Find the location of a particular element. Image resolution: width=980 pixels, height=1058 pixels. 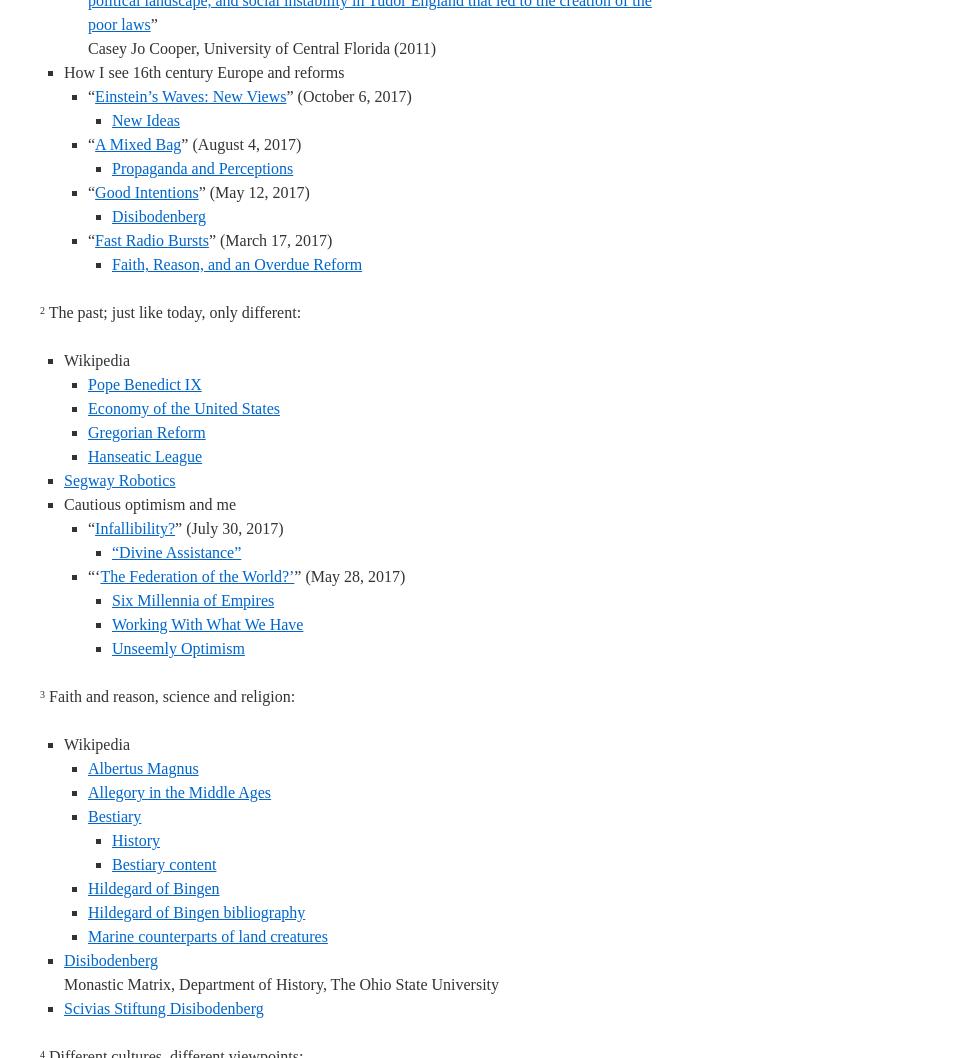

'Albertus Magnus' is located at coordinates (142, 768).